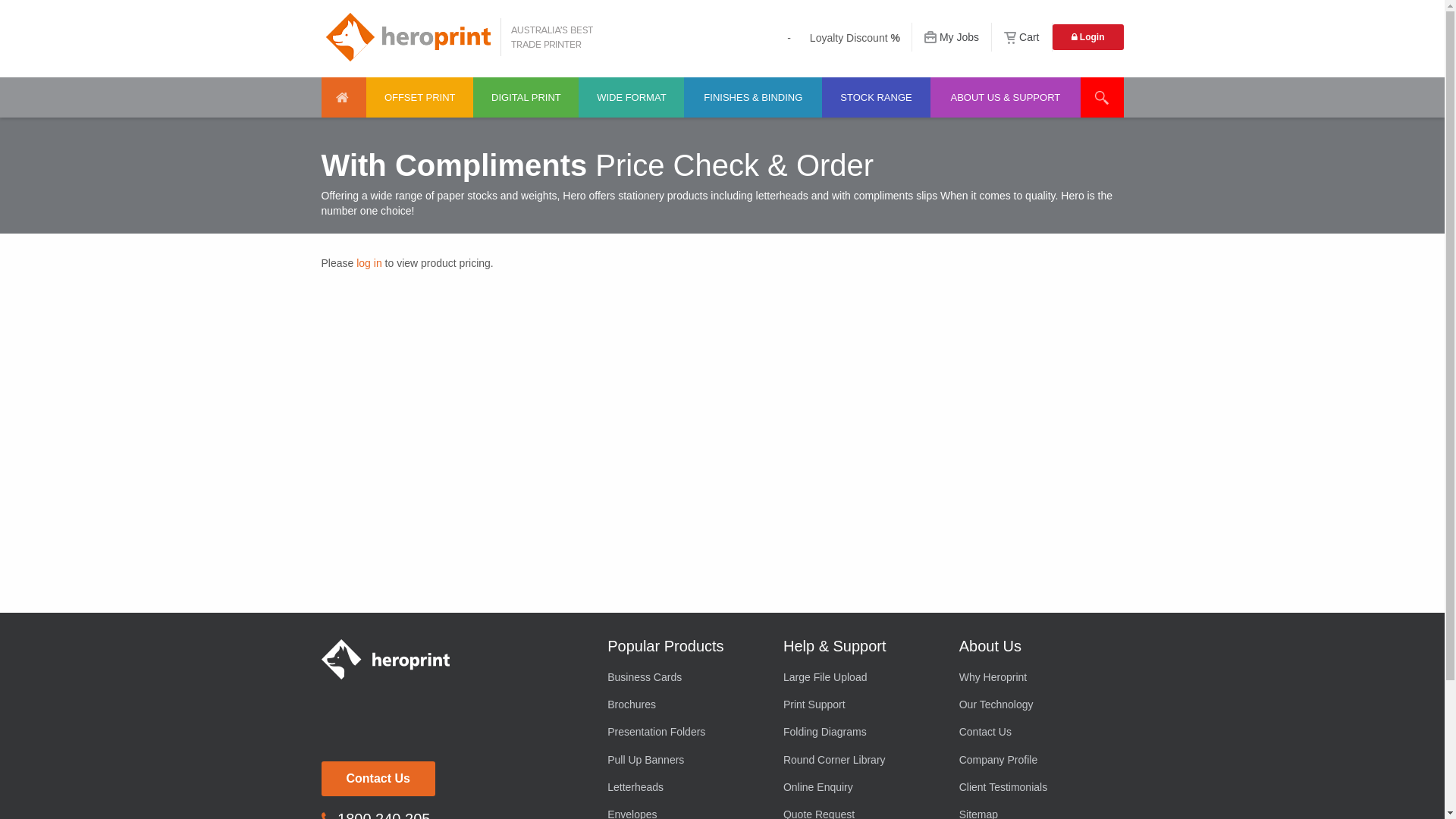 This screenshot has width=1456, height=819. What do you see at coordinates (683, 760) in the screenshot?
I see `'Pull Up Banners'` at bounding box center [683, 760].